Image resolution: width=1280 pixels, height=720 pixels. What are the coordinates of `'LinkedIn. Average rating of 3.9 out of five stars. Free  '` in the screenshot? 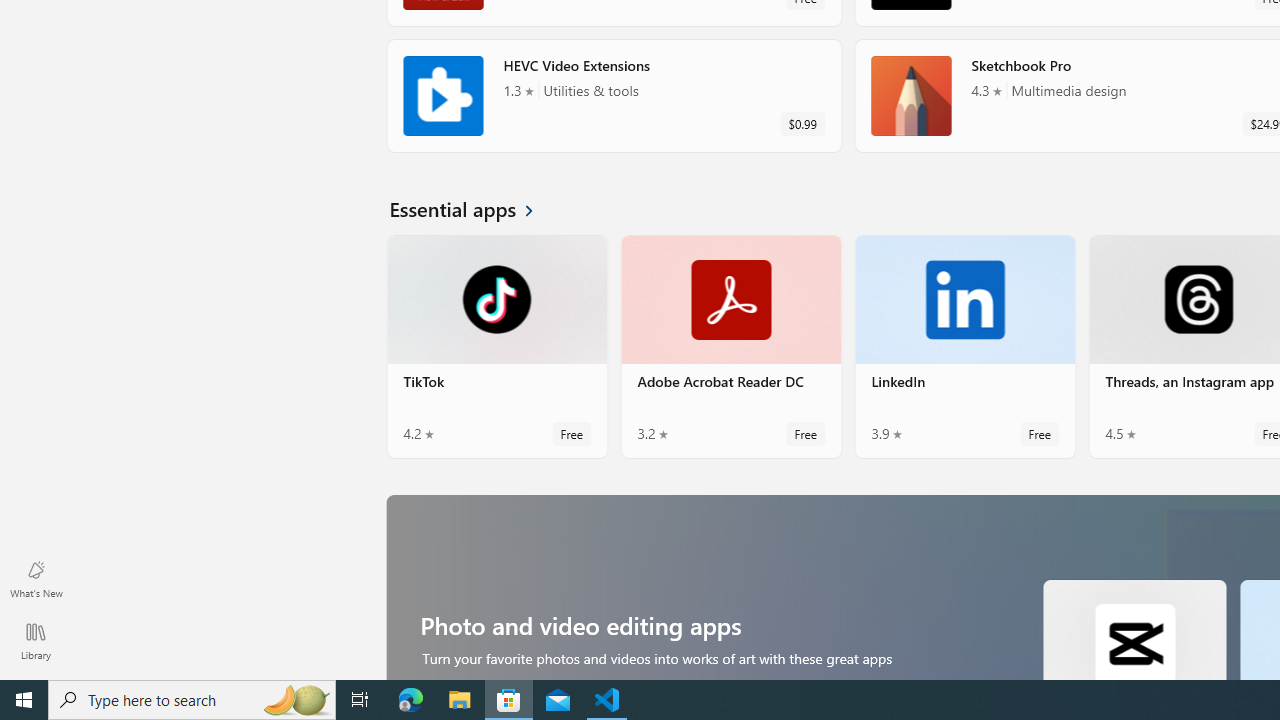 It's located at (965, 346).